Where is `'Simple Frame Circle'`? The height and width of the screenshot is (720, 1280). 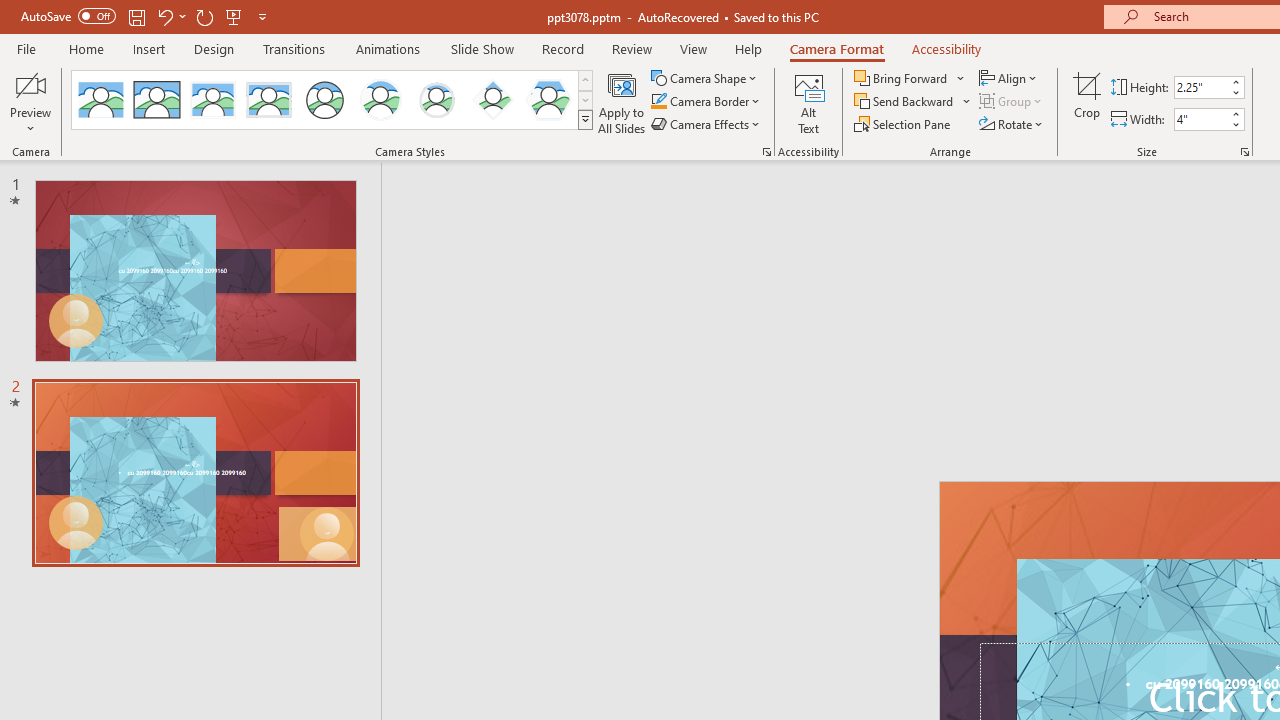 'Simple Frame Circle' is located at coordinates (325, 100).